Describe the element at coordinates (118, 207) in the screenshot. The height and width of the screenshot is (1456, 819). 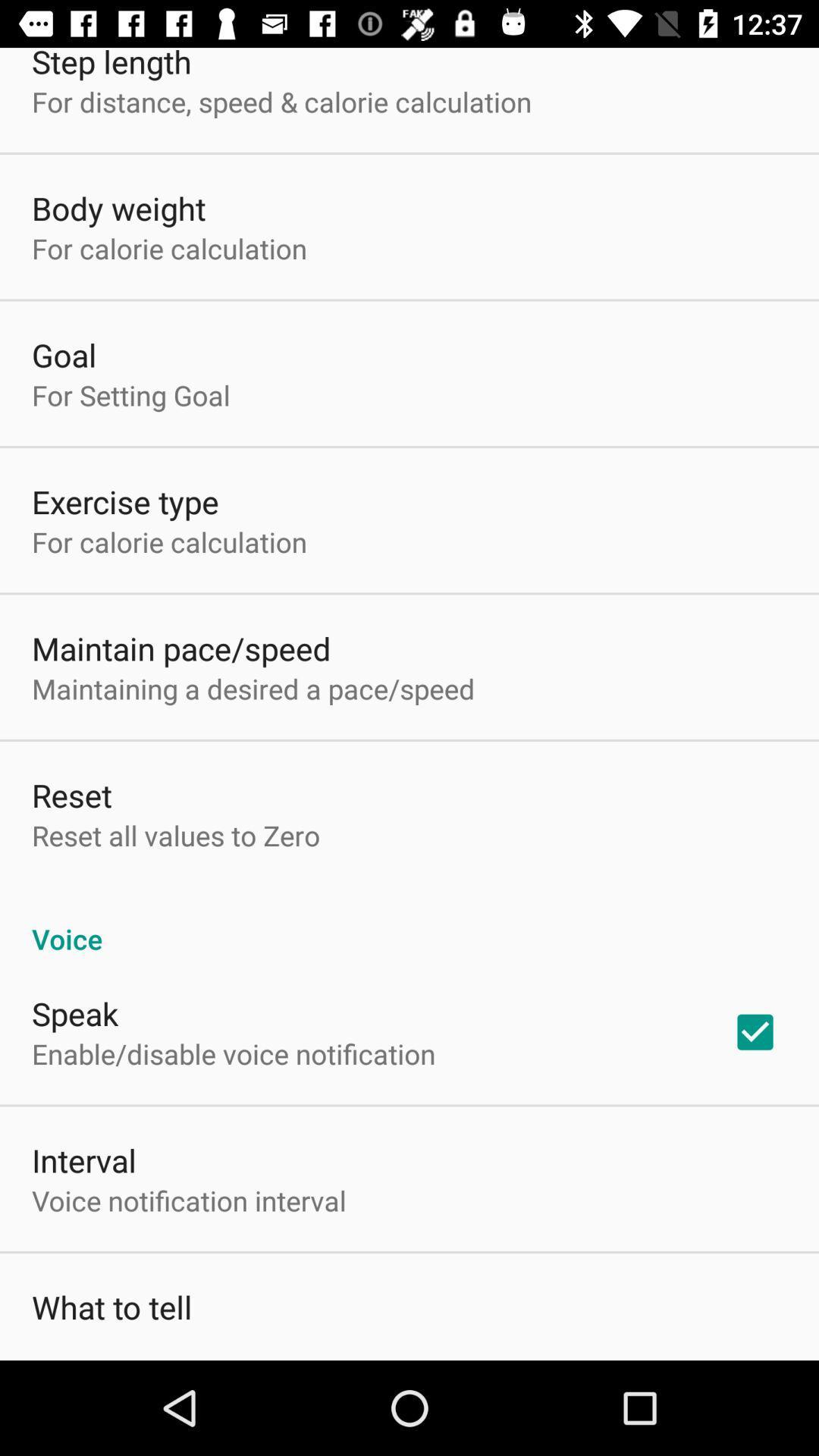
I see `icon above for calorie calculation item` at that location.